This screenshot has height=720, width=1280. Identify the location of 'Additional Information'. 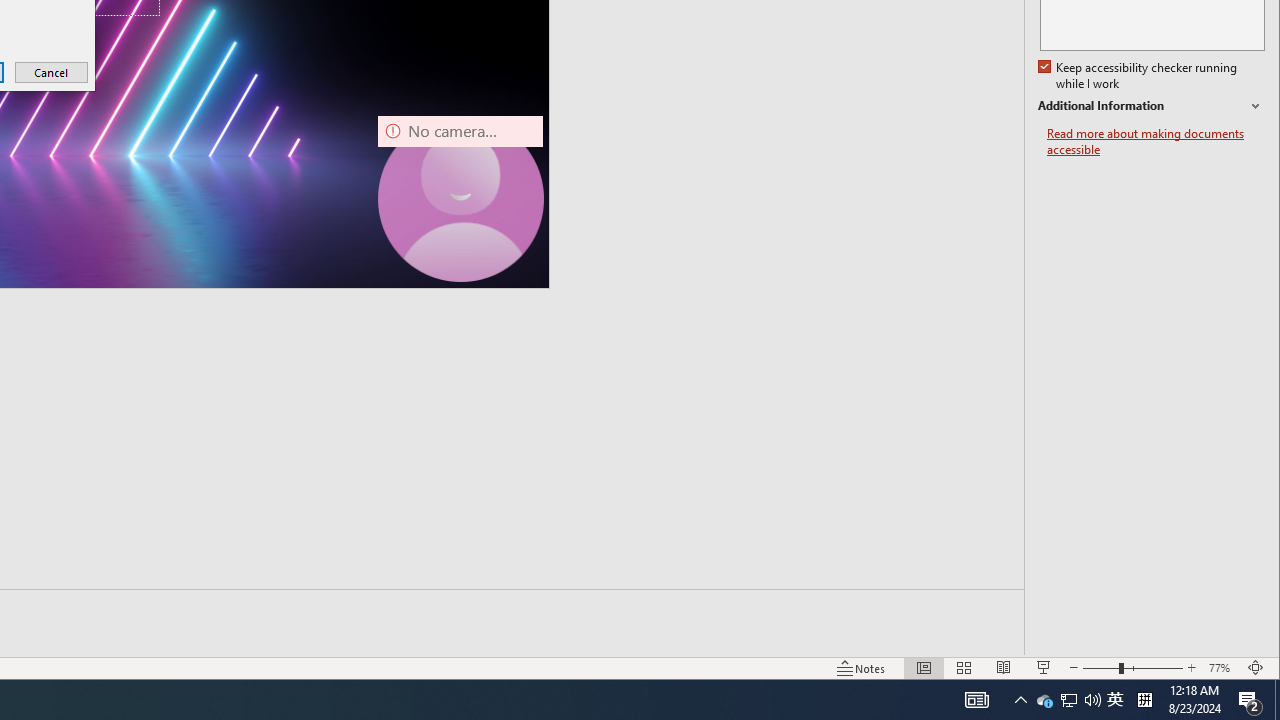
(1151, 106).